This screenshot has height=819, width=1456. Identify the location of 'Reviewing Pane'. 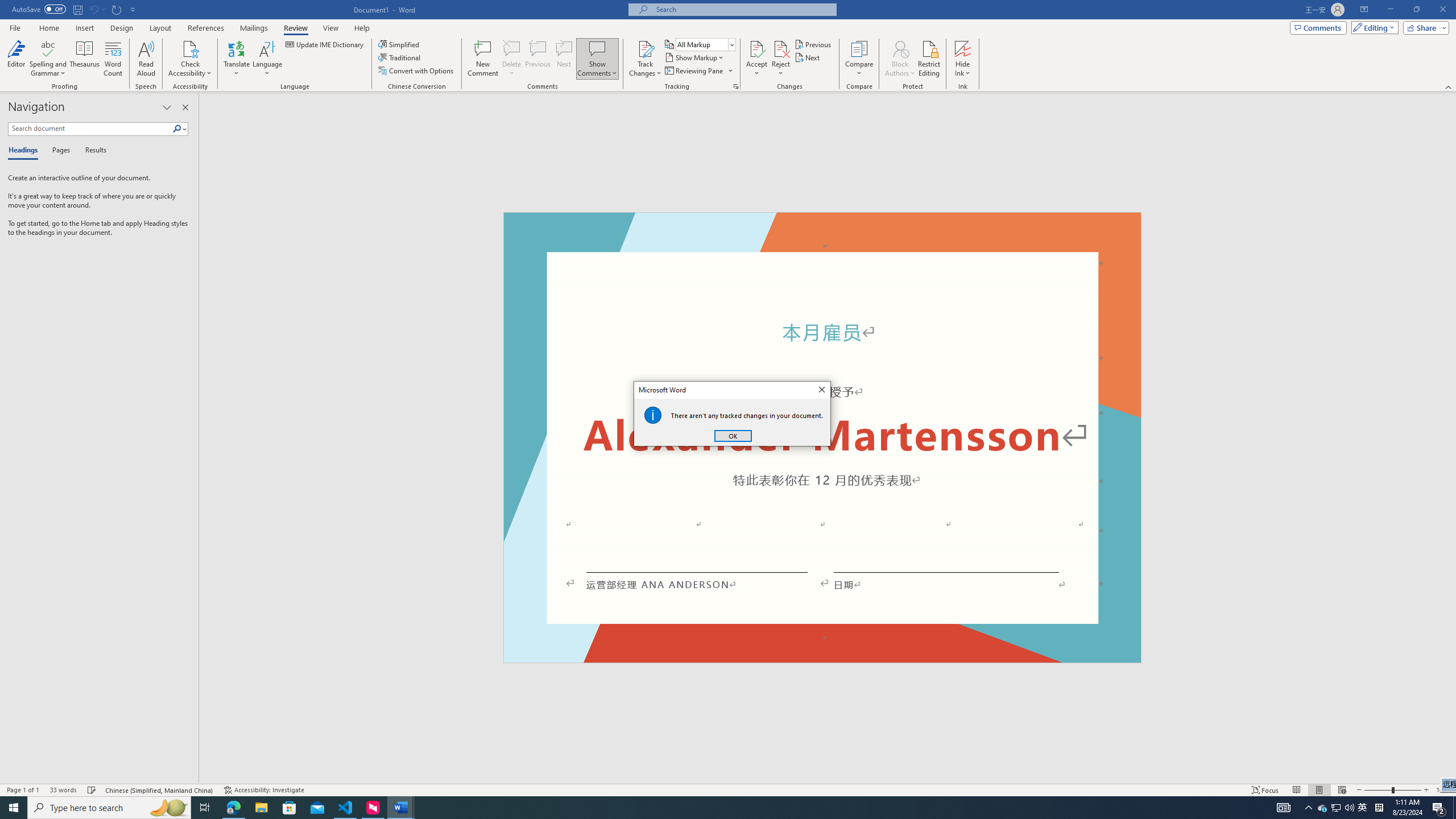
(694, 69).